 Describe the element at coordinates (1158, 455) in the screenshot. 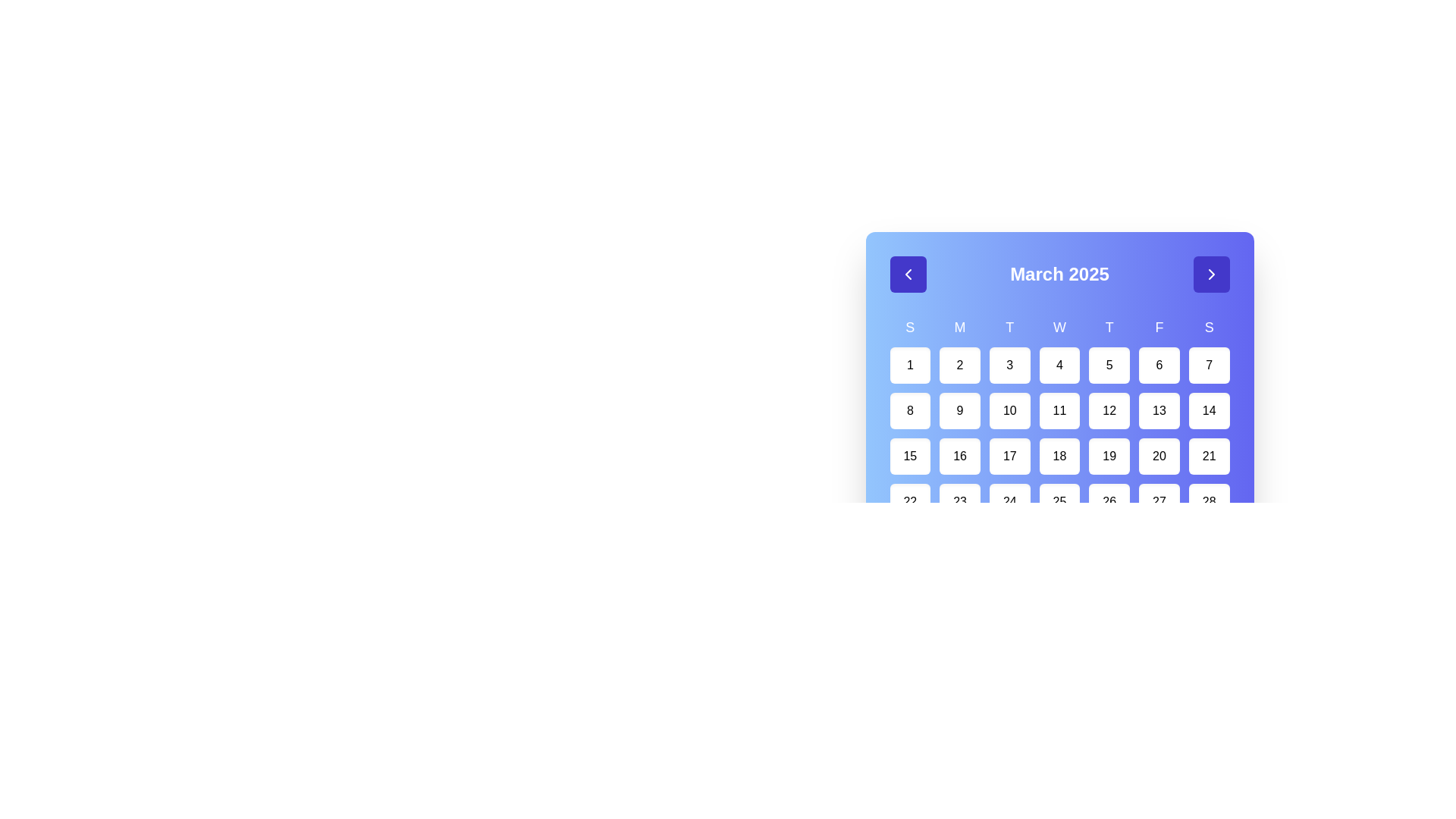

I see `the calendar button representing the specific day in the fourth row and sixth column` at that location.